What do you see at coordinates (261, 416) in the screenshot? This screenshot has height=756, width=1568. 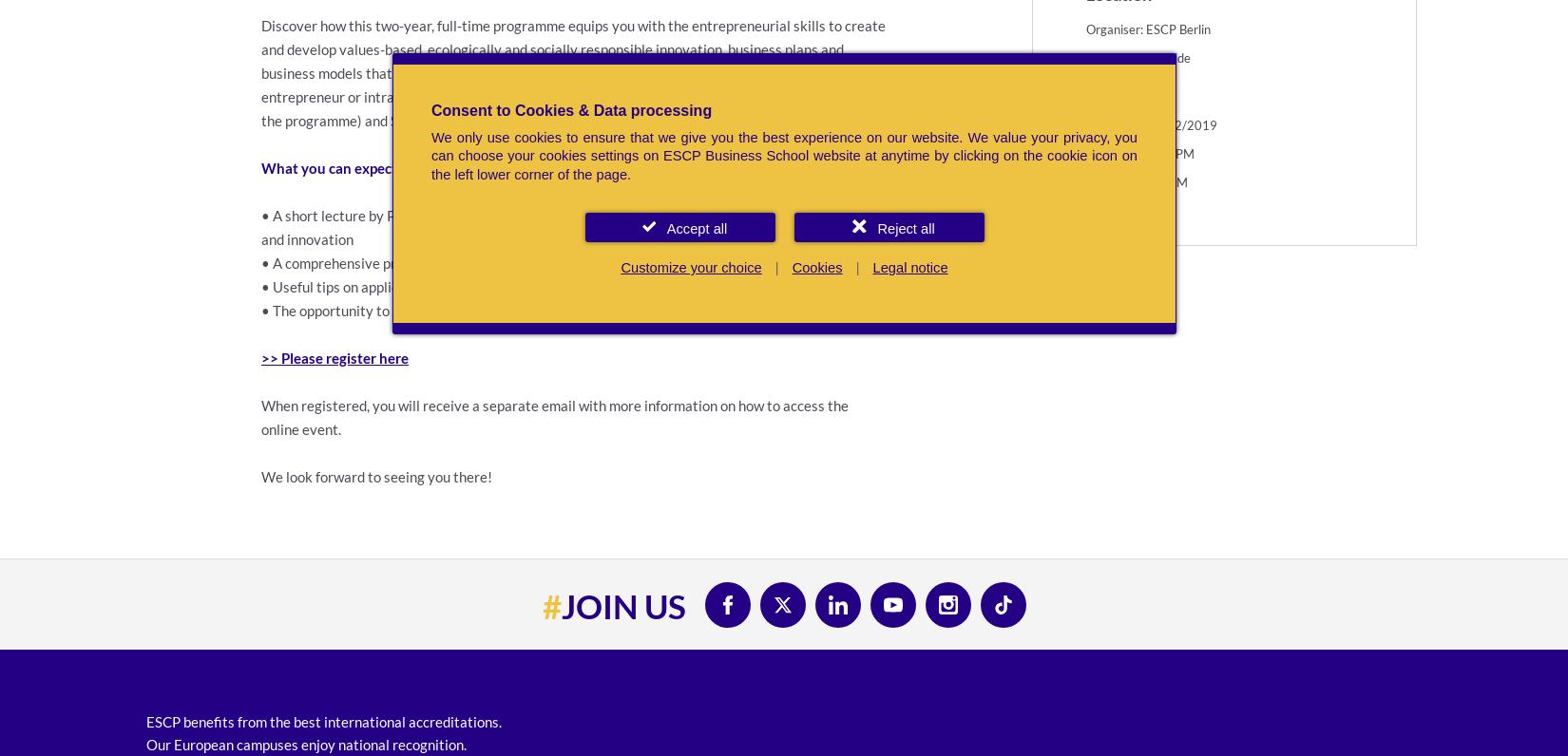 I see `'When registered, you will receive a separate email with more information on how to access the online event.'` at bounding box center [261, 416].